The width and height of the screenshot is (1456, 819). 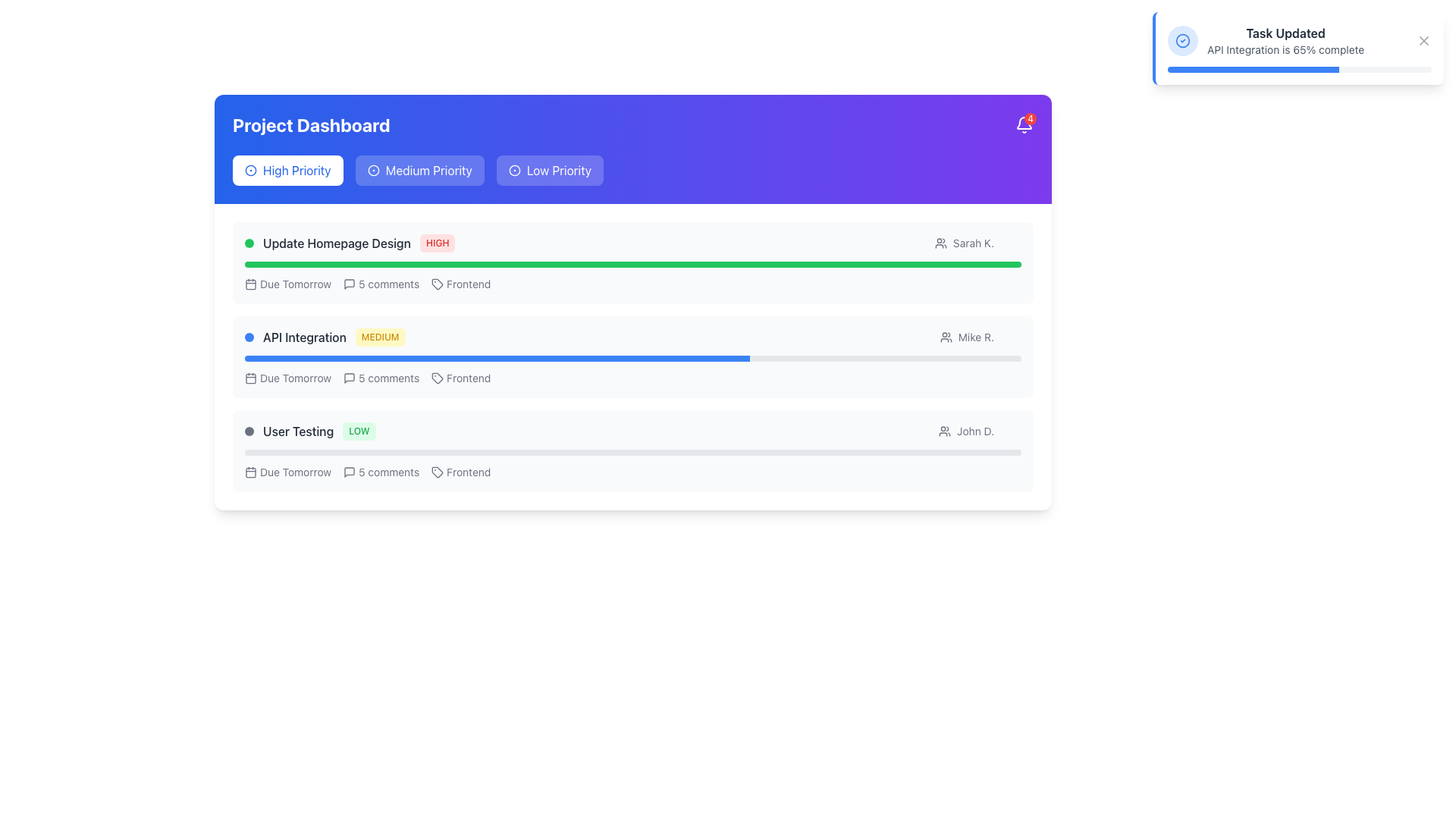 I want to click on the message bubble icon located, so click(x=349, y=377).